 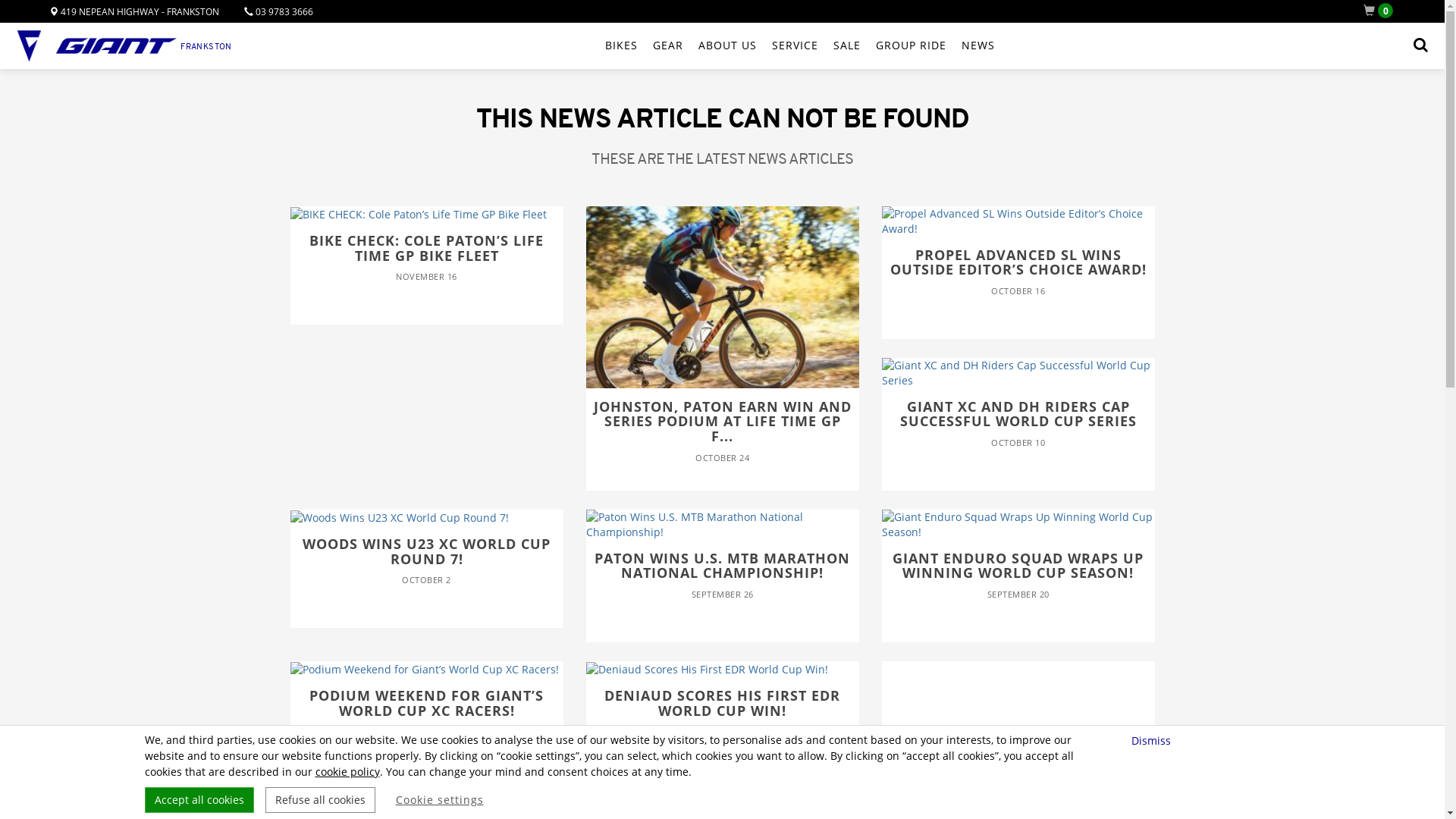 I want to click on 'SALE', so click(x=846, y=45).